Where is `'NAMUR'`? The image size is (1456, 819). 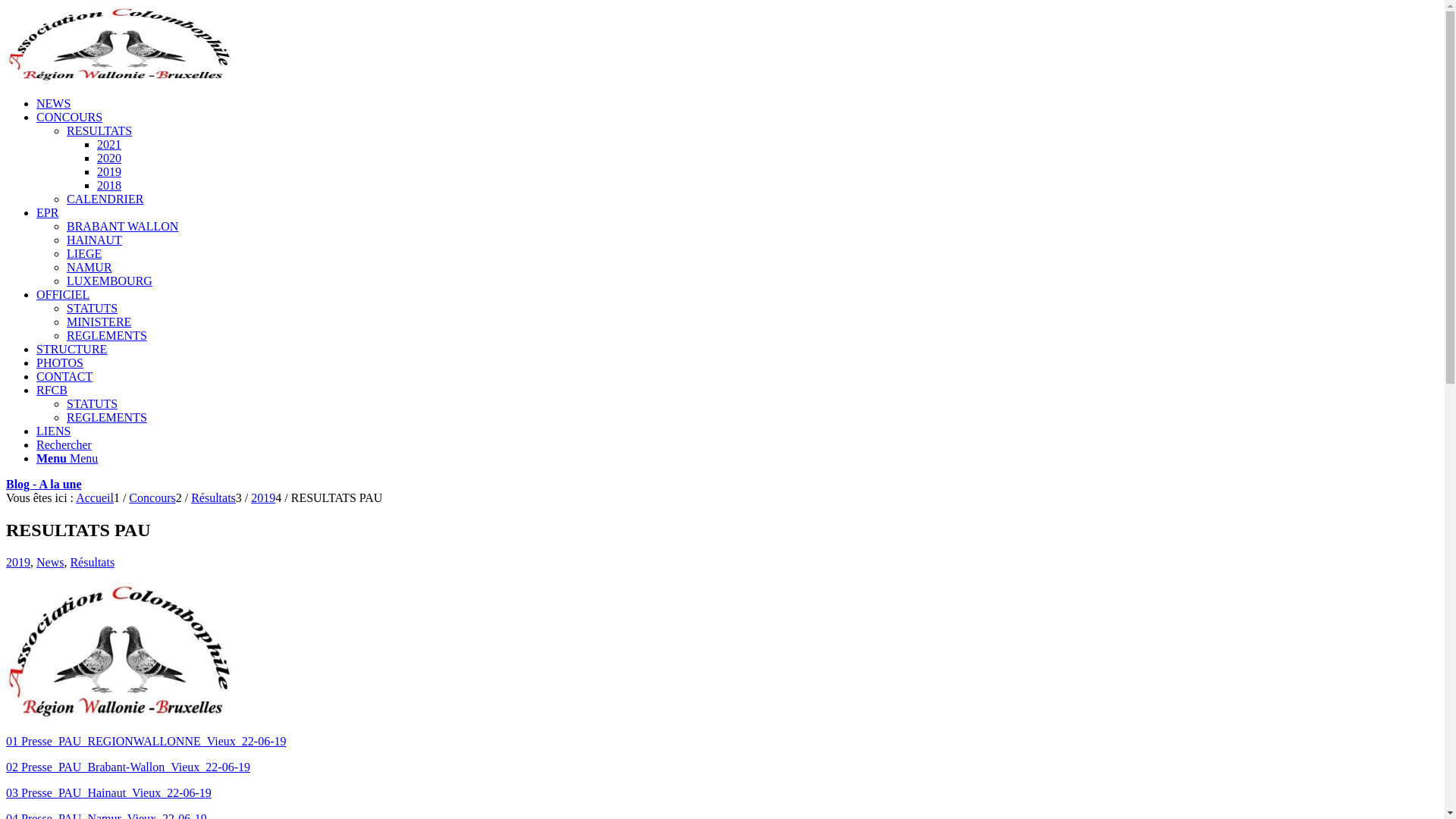
'NAMUR' is located at coordinates (89, 266).